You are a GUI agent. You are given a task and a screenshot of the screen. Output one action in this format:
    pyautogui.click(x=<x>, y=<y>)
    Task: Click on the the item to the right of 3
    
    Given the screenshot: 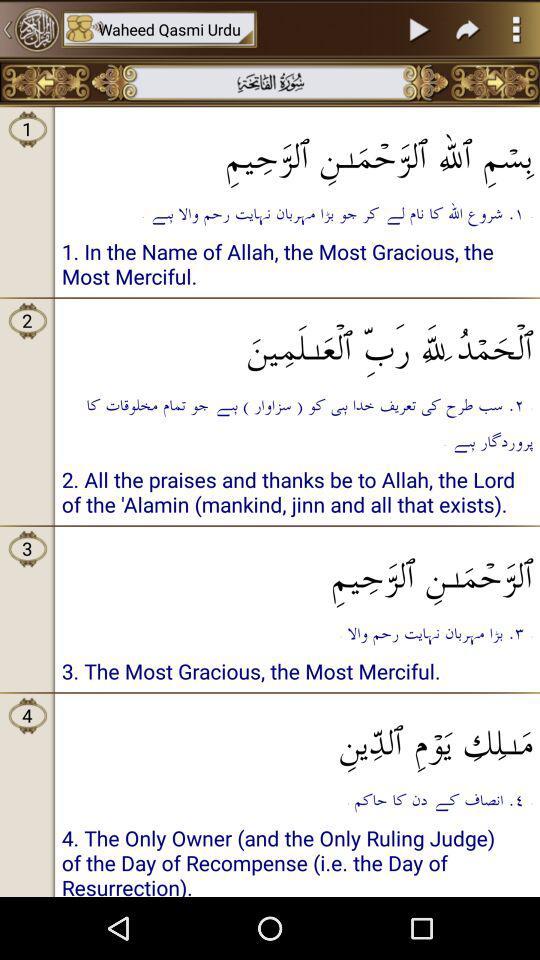 What is the action you would take?
    pyautogui.click(x=296, y=570)
    